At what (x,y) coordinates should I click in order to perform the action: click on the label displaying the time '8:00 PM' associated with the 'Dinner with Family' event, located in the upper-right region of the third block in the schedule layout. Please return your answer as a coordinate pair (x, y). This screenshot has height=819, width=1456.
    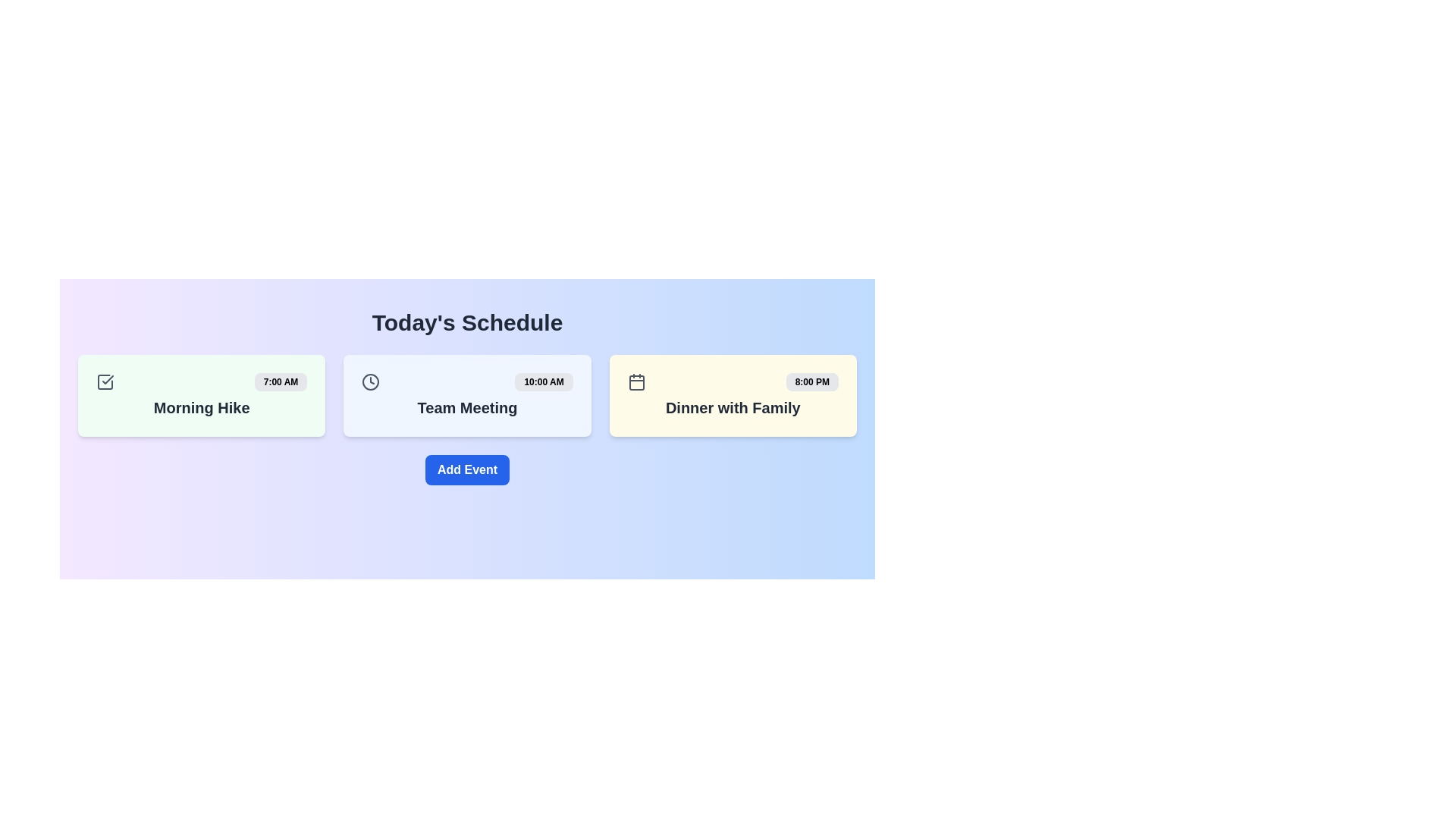
    Looking at the image, I should click on (811, 381).